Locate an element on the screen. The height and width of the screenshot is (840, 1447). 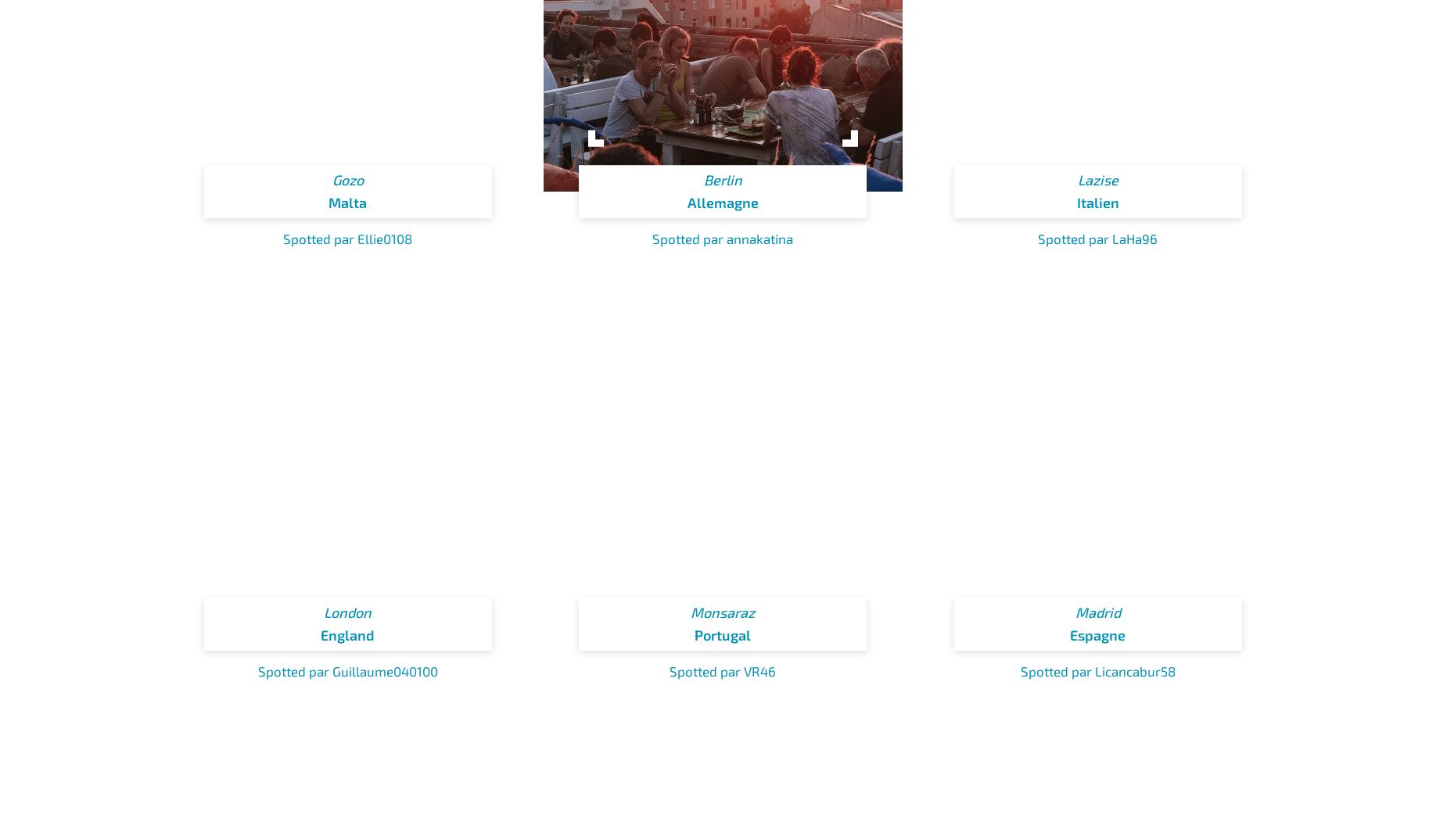
'England' is located at coordinates (346, 634).